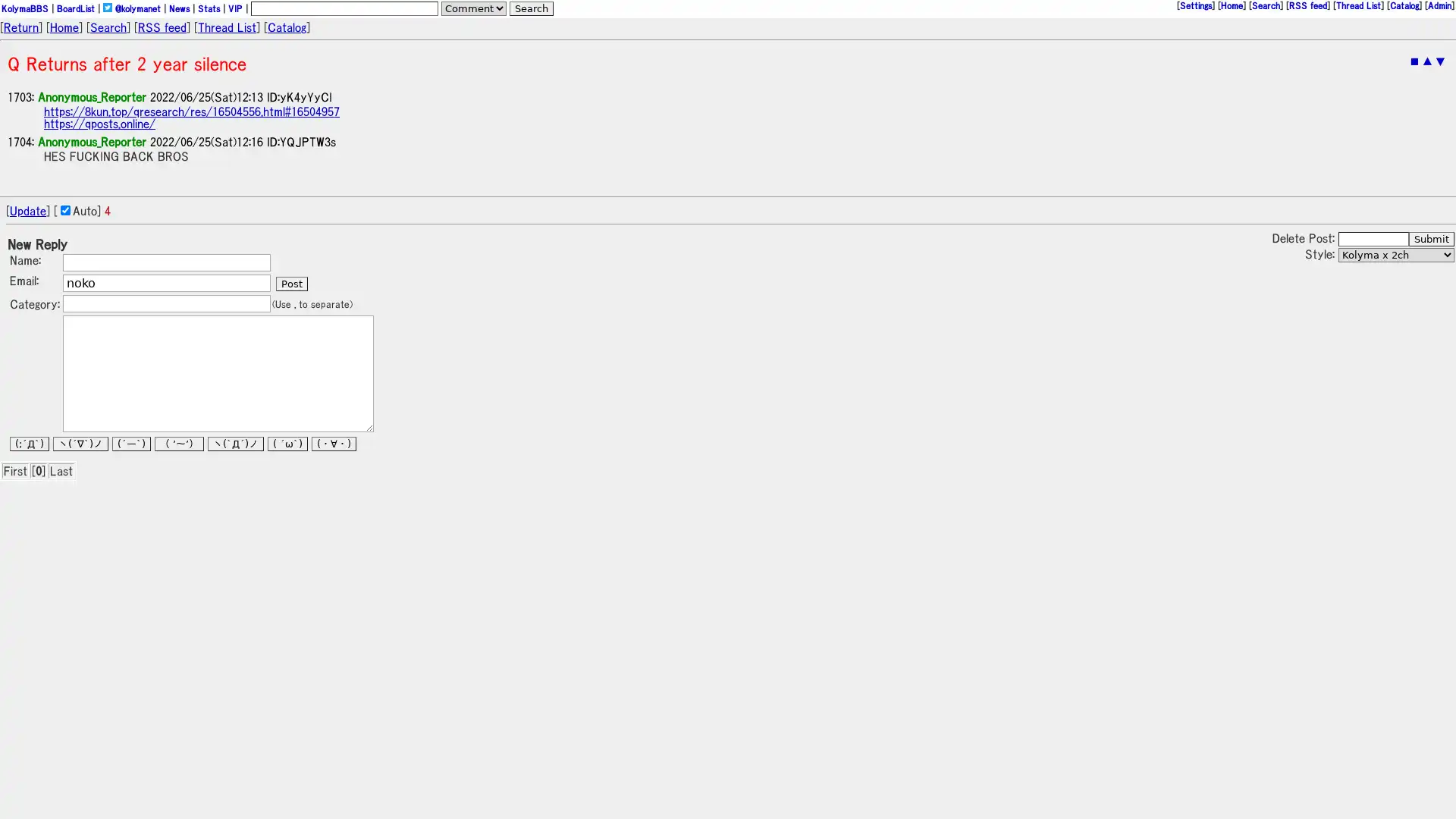 Image resolution: width=1456 pixels, height=819 pixels. I want to click on ( `), so click(80, 444).